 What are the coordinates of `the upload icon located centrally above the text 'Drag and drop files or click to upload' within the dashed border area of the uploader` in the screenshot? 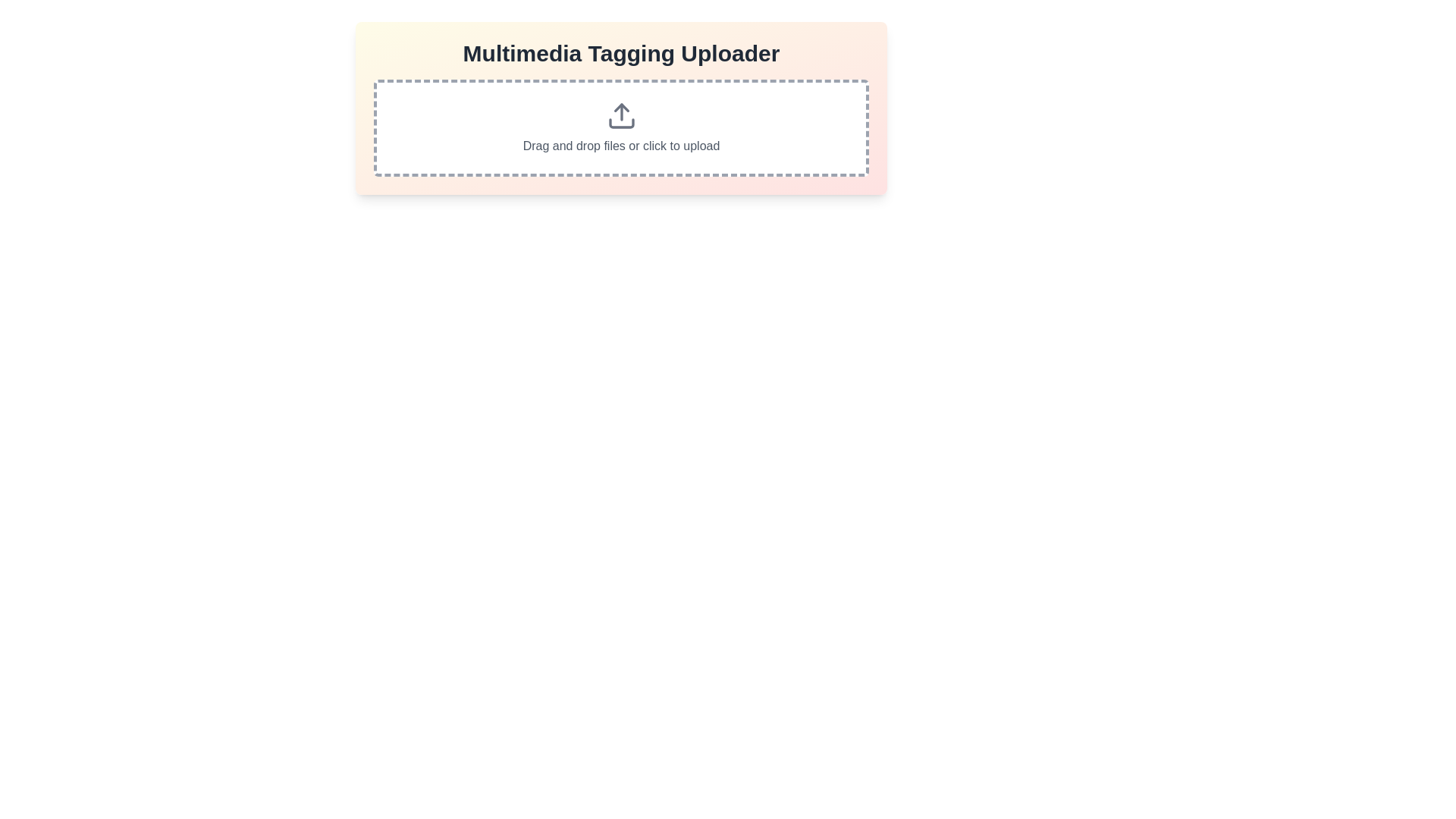 It's located at (621, 115).